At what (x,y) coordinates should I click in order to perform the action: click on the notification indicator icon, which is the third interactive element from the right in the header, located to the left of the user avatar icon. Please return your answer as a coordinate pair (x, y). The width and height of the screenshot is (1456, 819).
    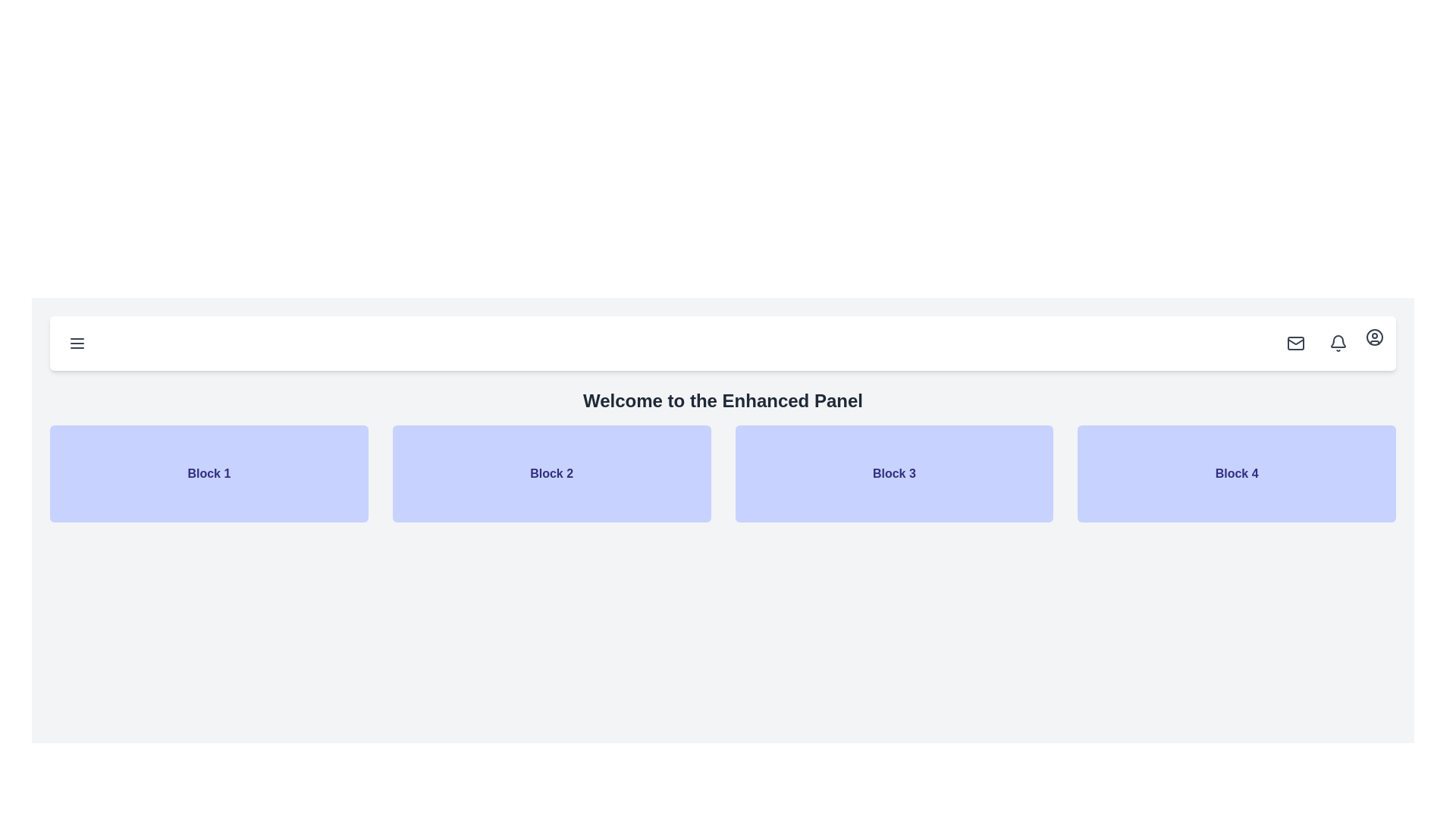
    Looking at the image, I should click on (1338, 343).